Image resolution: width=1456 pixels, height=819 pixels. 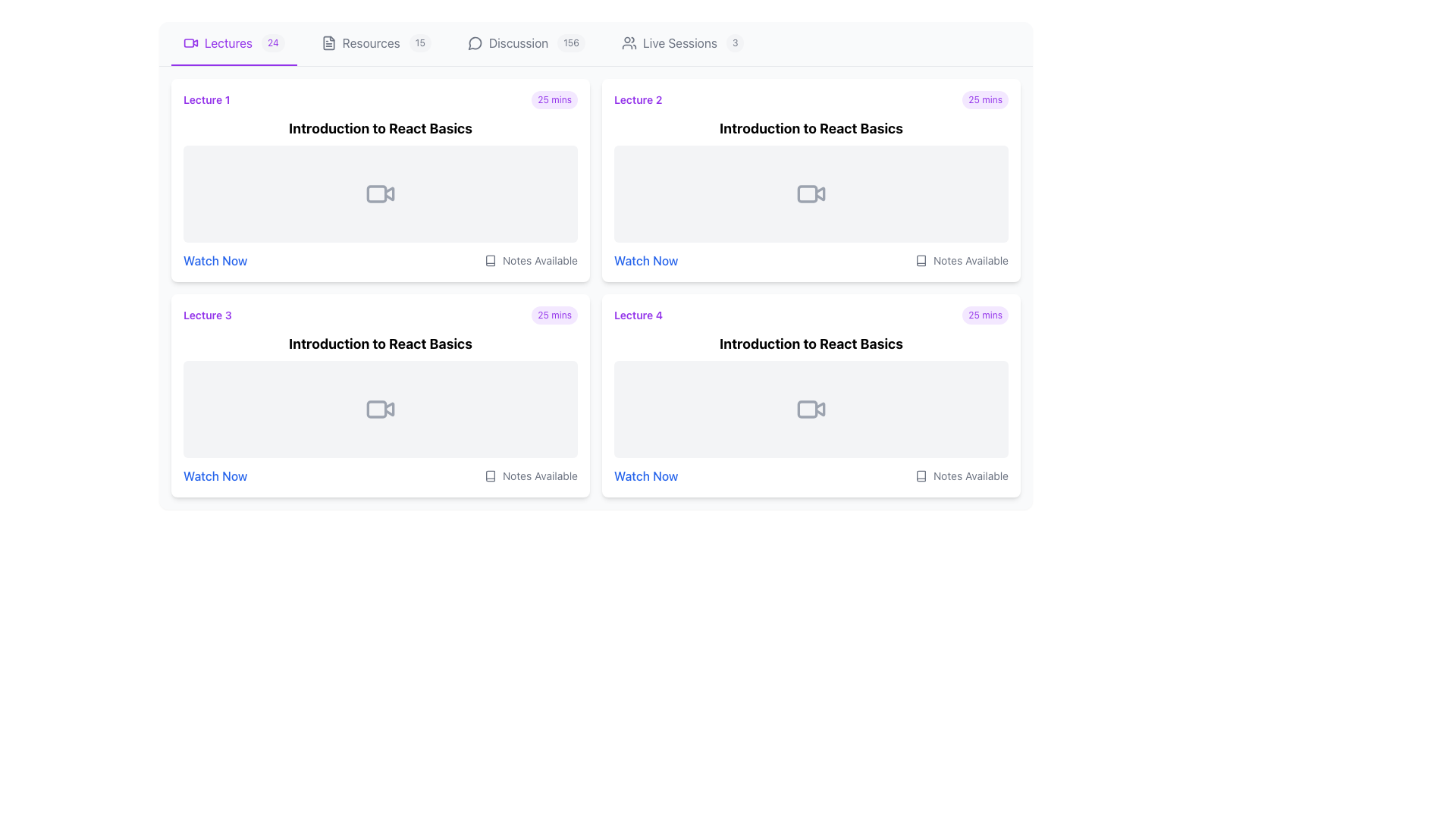 What do you see at coordinates (679, 42) in the screenshot?
I see `the 'Live Sessions' navigation text element located between the 'Discussion' tab and a badge displaying '3'` at bounding box center [679, 42].